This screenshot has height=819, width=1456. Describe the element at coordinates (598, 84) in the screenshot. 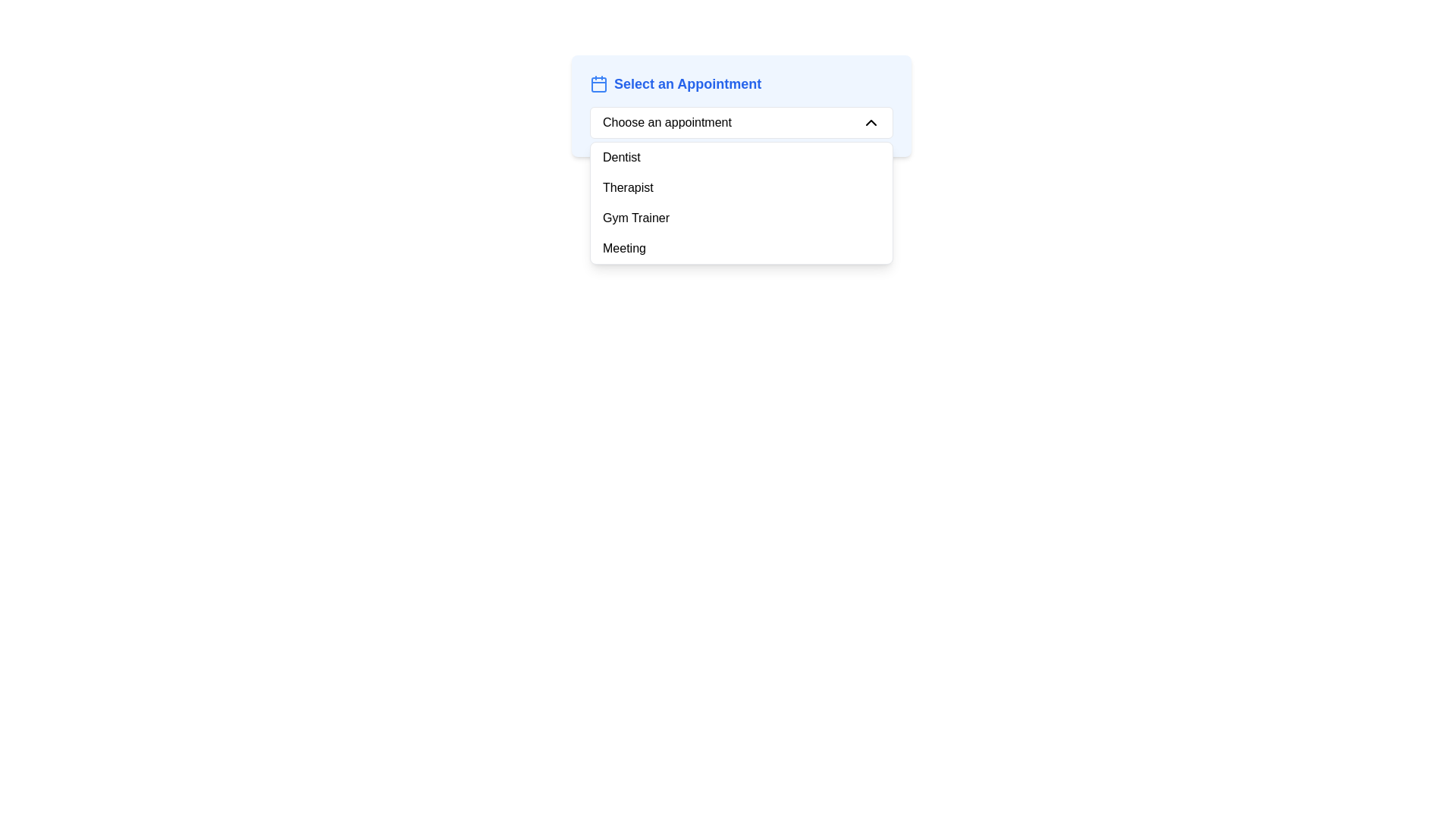

I see `the blue calendar icon that is positioned to the left of the text 'Select an Appointment'` at that location.